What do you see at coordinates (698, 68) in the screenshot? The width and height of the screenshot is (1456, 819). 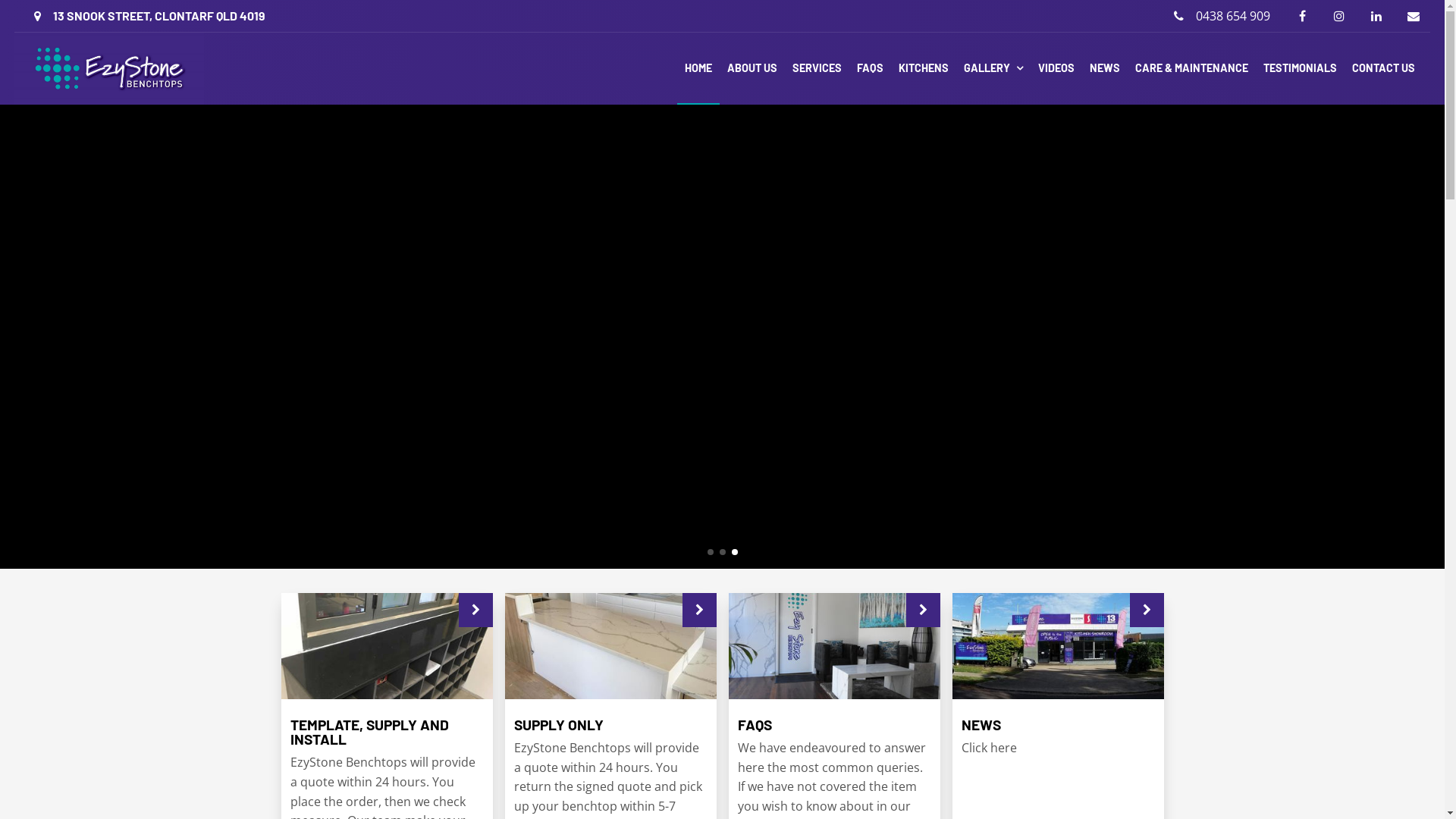 I see `'HOME'` at bounding box center [698, 68].